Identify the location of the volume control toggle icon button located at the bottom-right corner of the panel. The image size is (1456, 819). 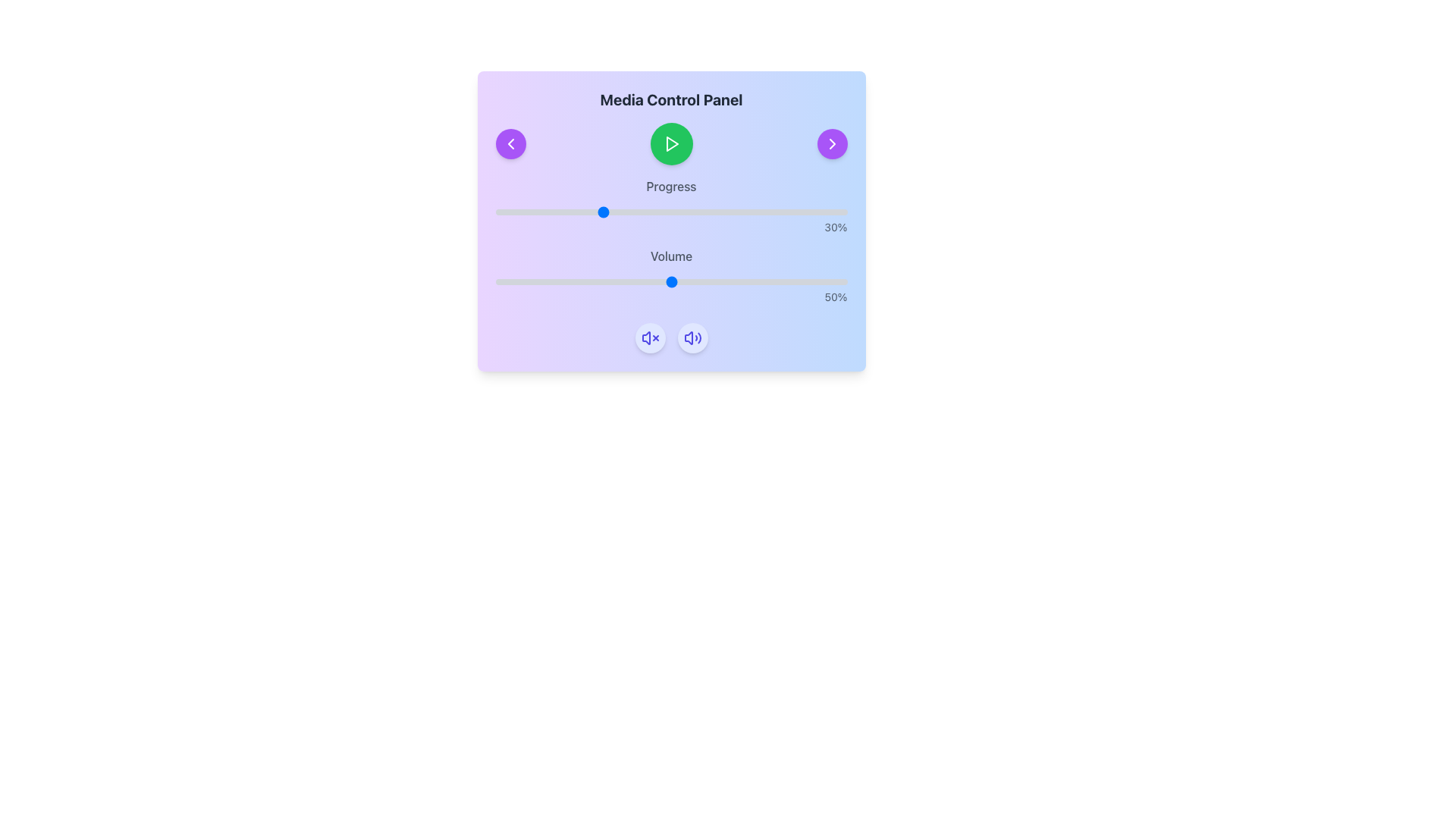
(650, 337).